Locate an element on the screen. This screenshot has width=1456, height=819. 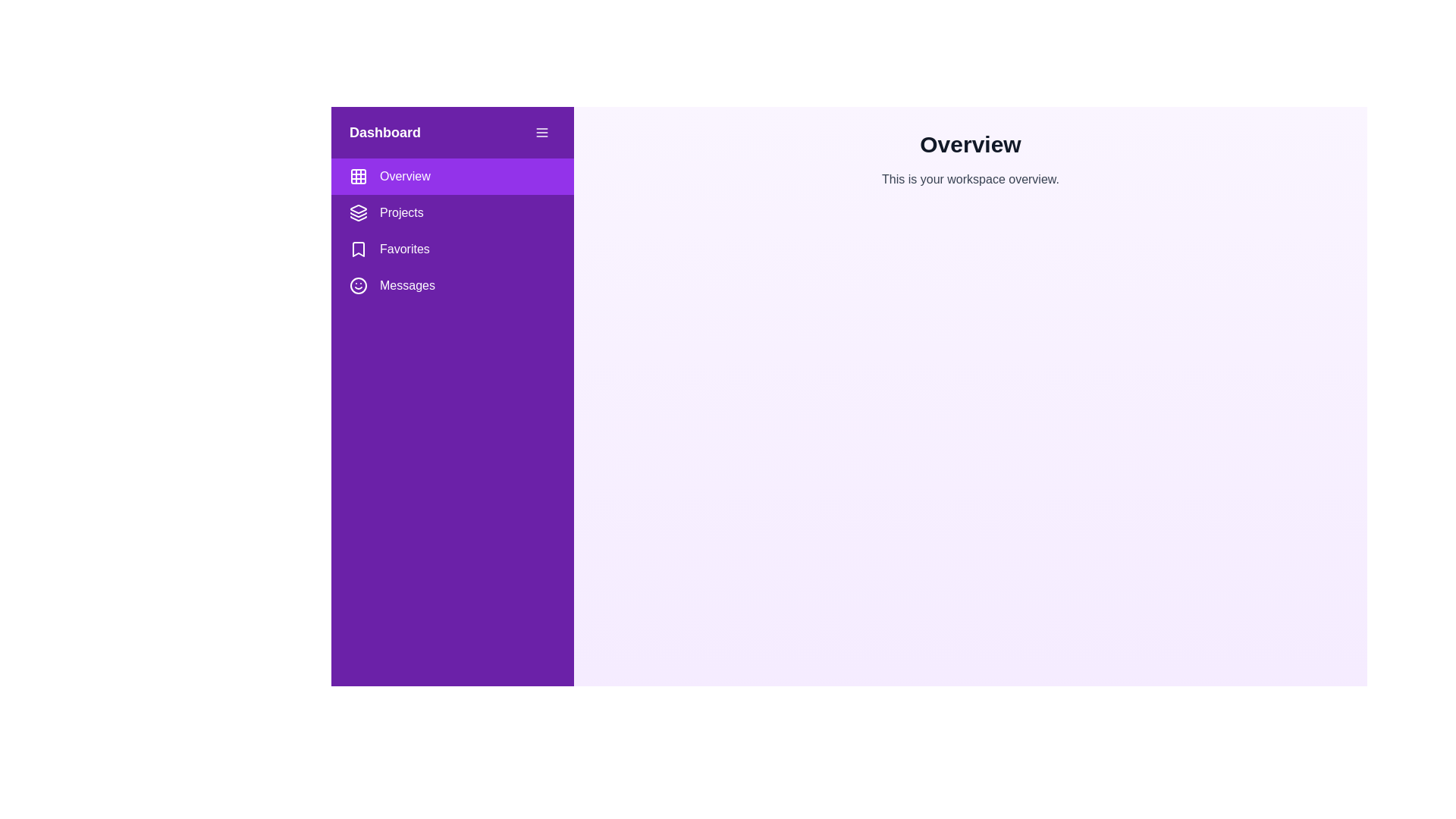
the menu item Messages from the drawer is located at coordinates (451, 286).